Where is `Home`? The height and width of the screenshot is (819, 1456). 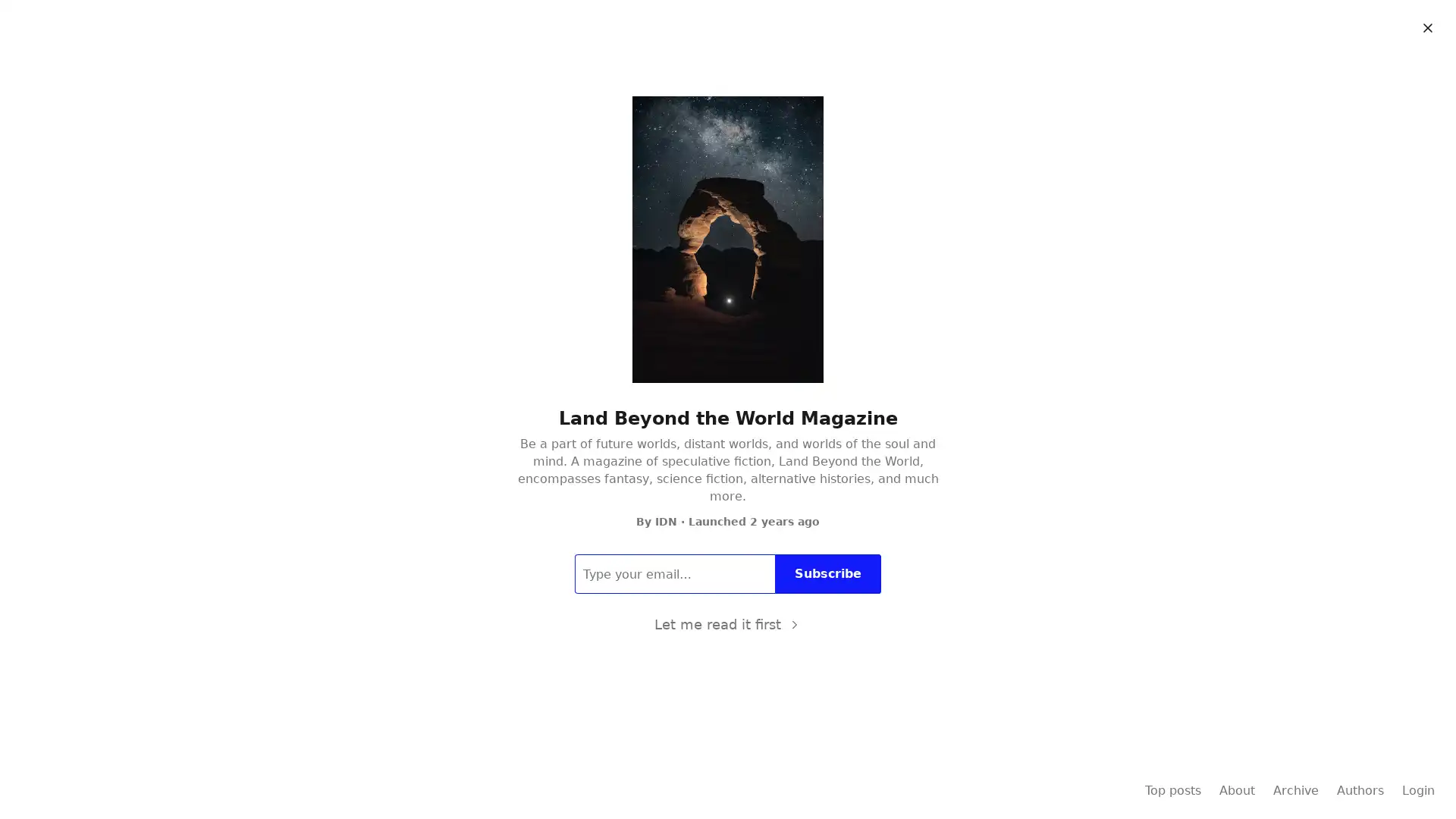 Home is located at coordinates (673, 66).